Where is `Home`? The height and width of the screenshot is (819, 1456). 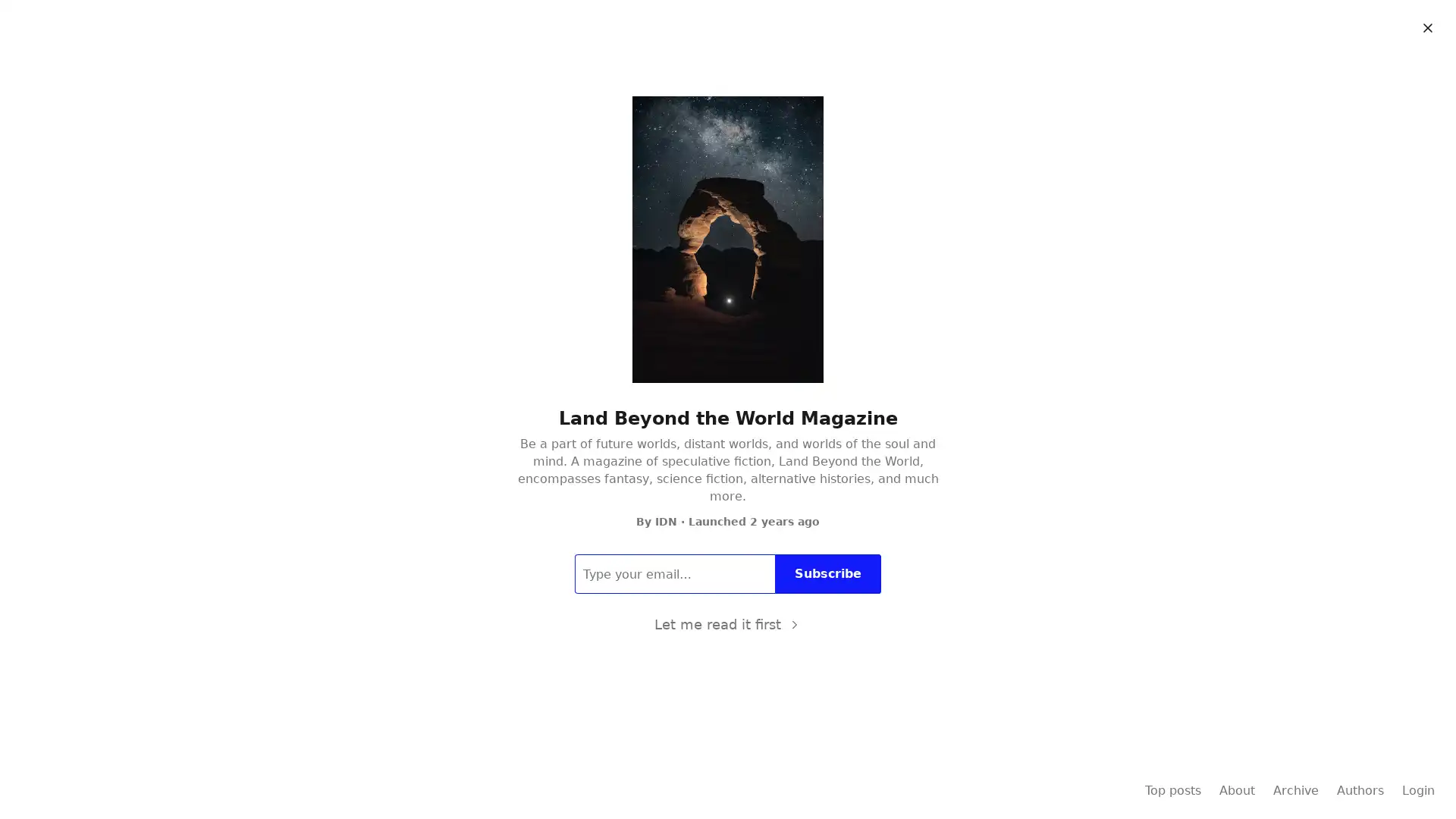 Home is located at coordinates (673, 66).